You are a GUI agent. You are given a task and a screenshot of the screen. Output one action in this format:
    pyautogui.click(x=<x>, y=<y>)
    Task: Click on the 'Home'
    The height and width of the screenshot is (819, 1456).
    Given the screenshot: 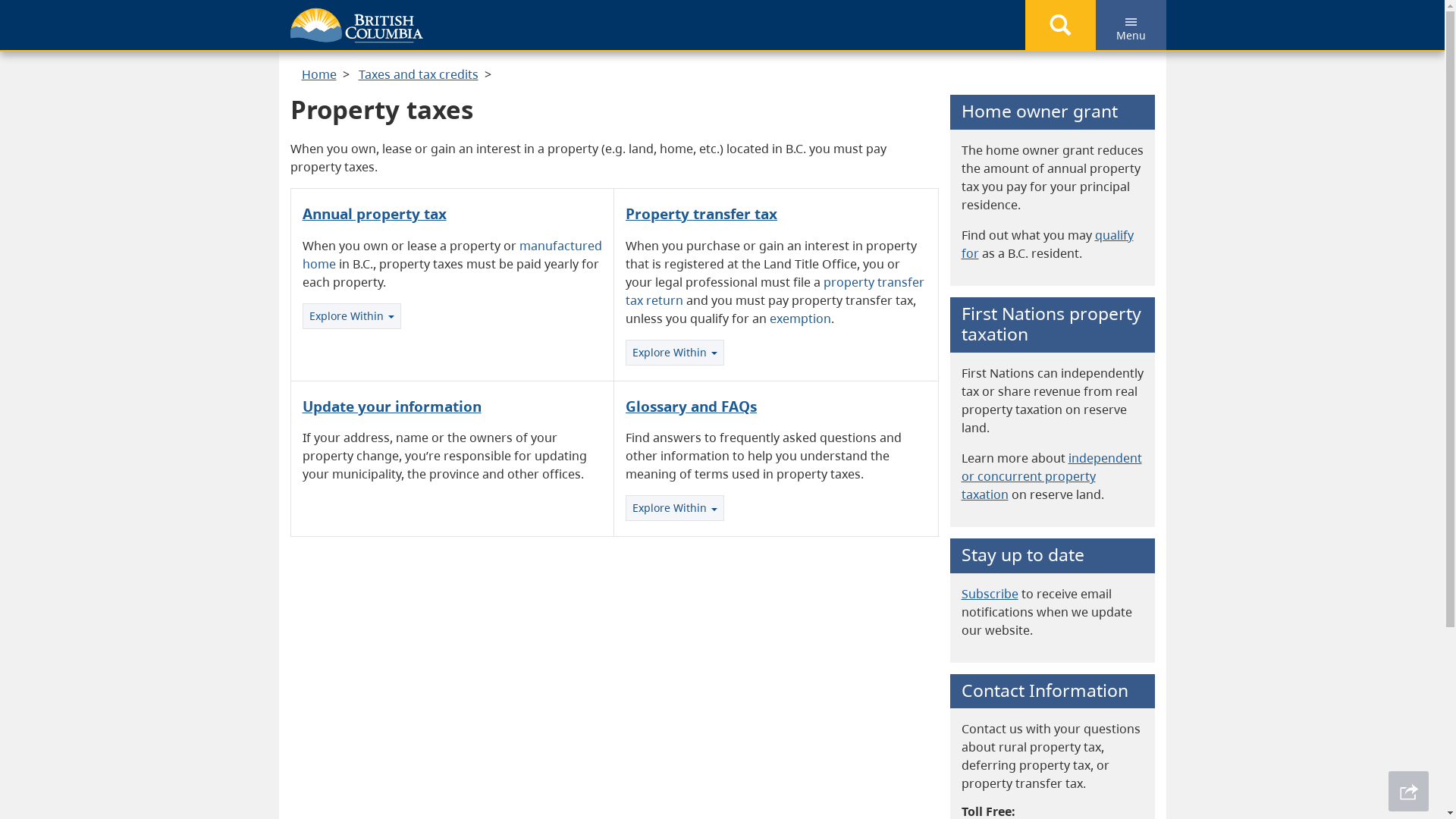 What is the action you would take?
    pyautogui.click(x=302, y=74)
    